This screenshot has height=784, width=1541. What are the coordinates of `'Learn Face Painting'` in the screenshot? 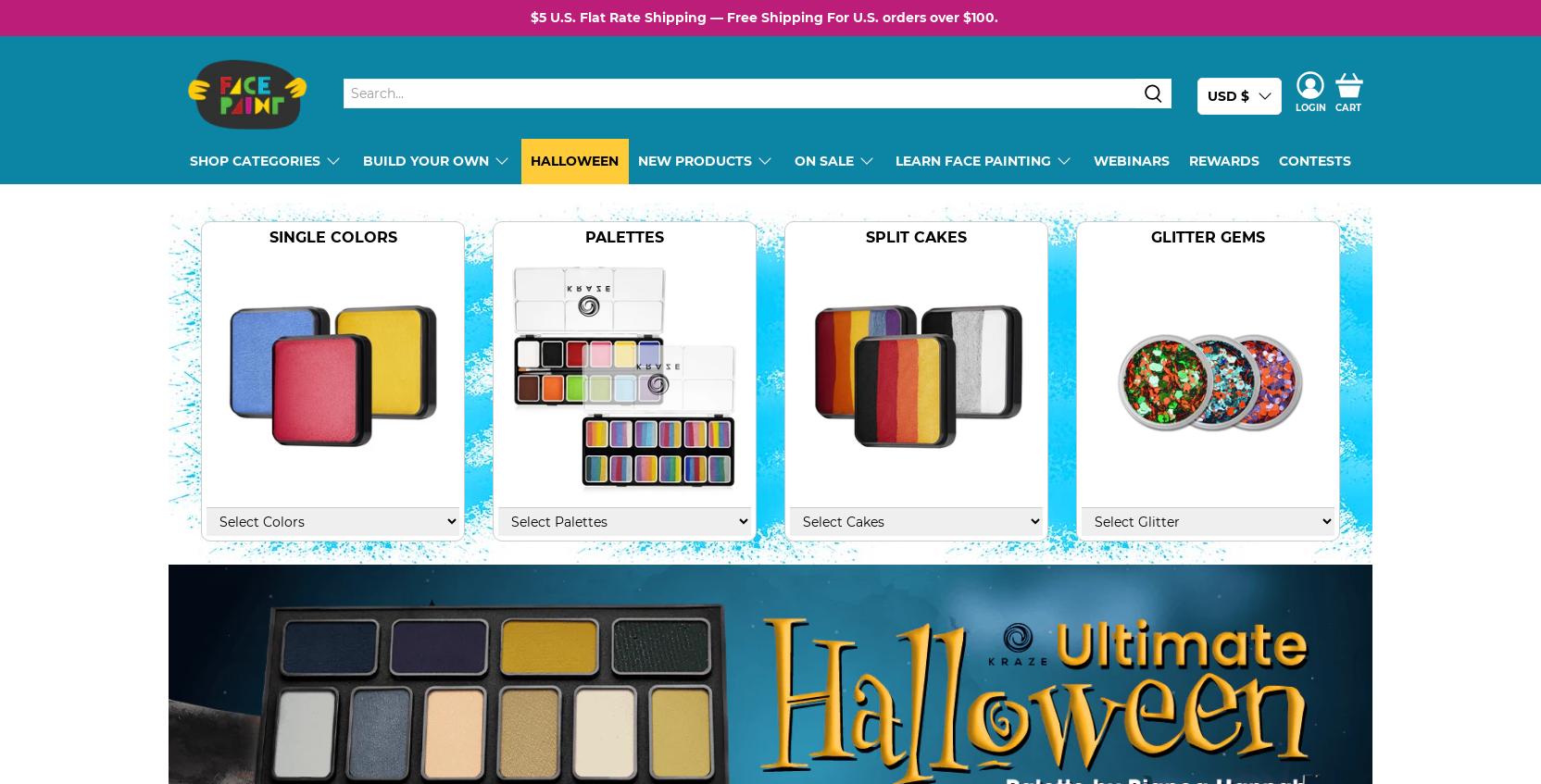 It's located at (972, 159).